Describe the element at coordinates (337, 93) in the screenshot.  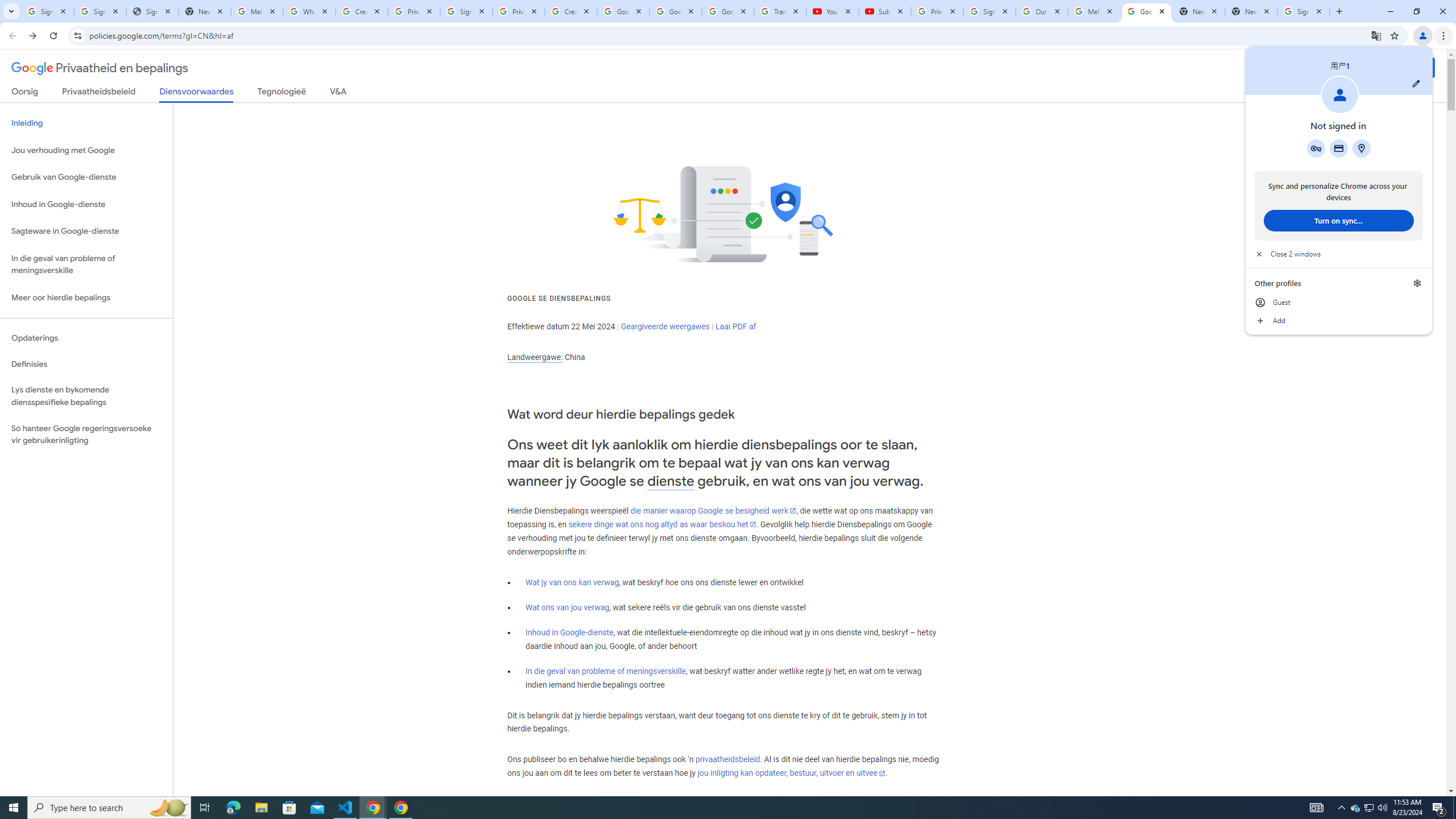
I see `'V&A'` at that location.